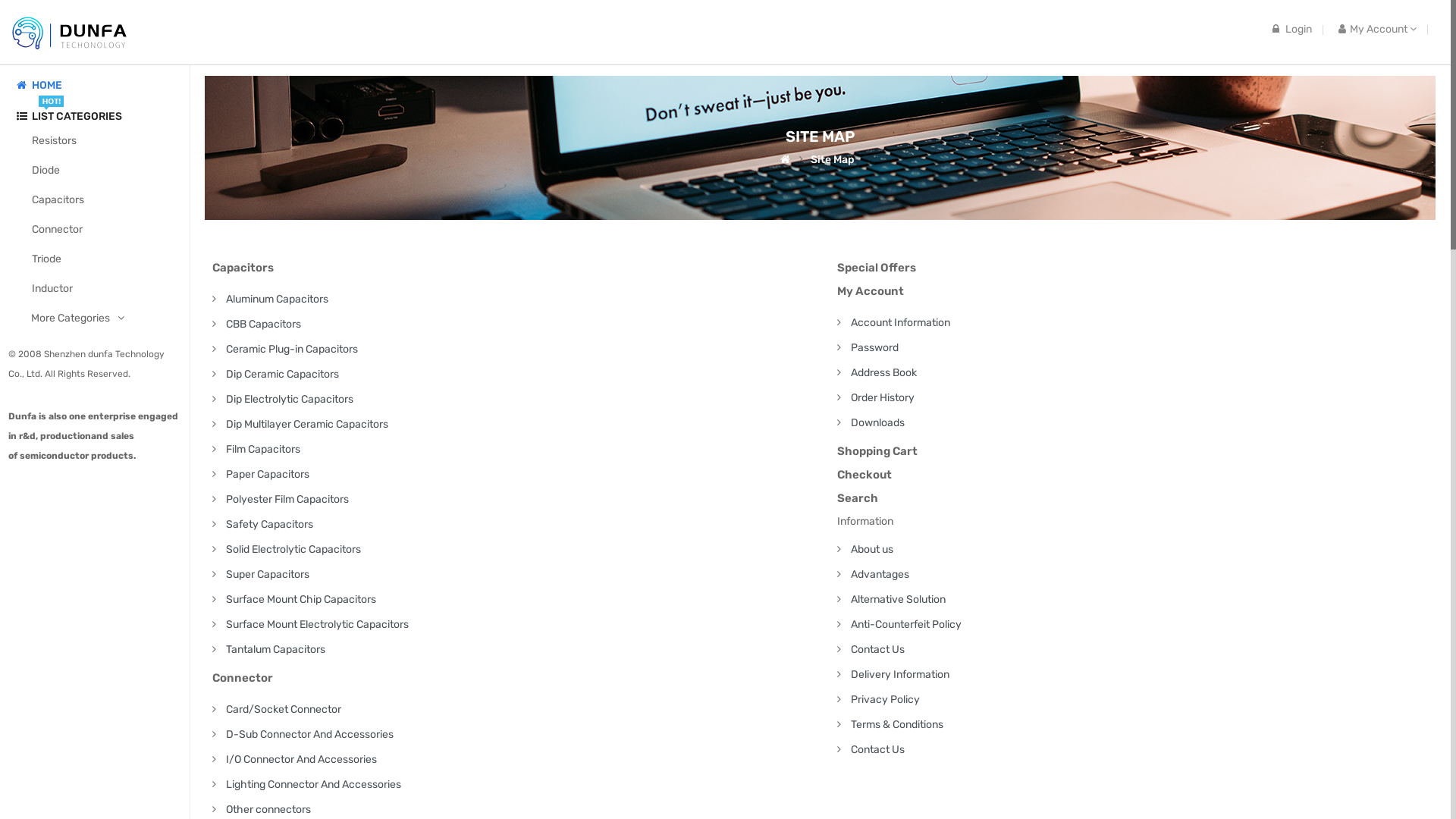 This screenshot has width=1456, height=819. What do you see at coordinates (316, 624) in the screenshot?
I see `'Surface Mount Electrolytic Capacitors'` at bounding box center [316, 624].